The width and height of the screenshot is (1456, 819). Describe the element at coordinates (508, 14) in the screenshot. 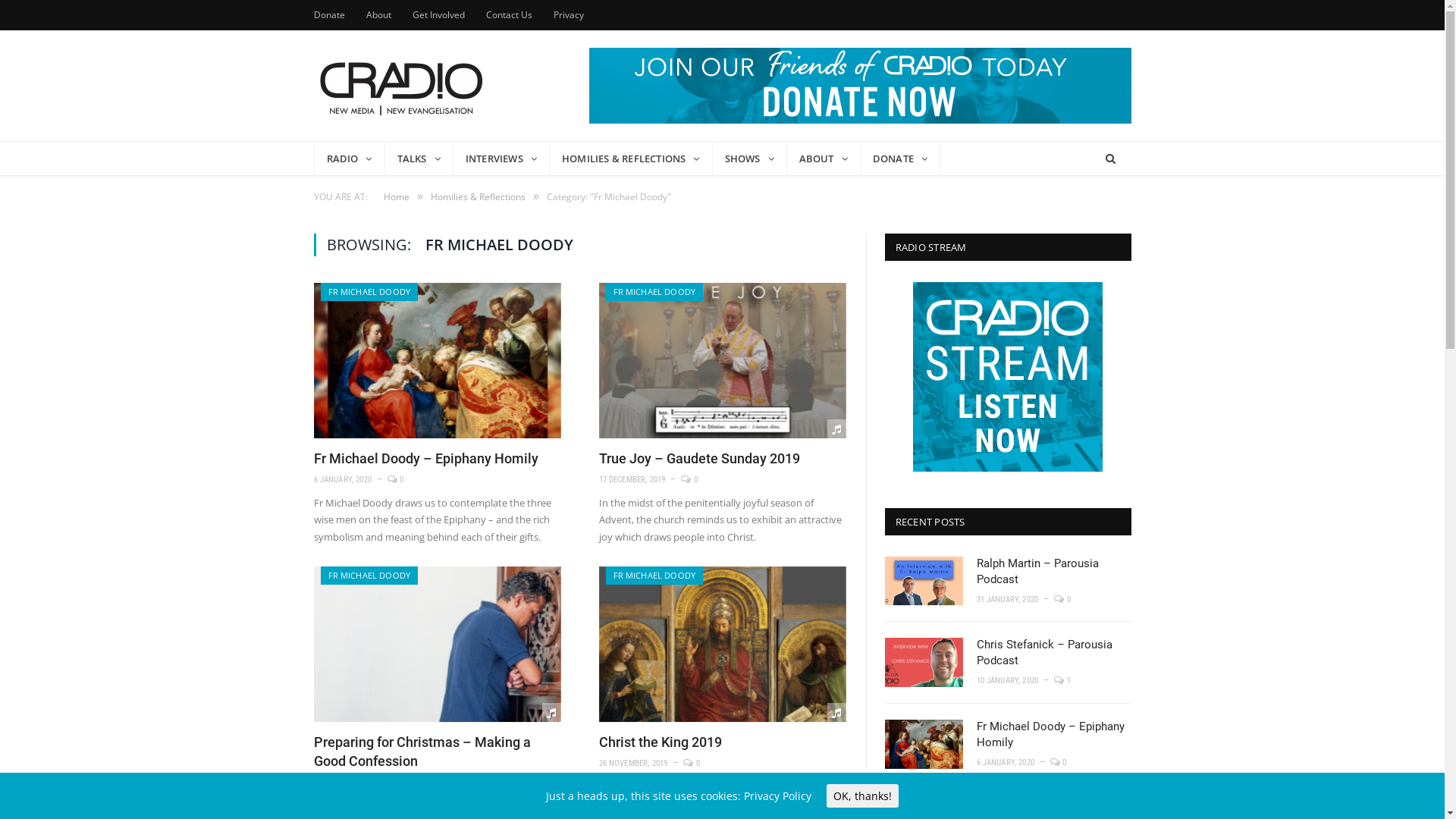

I see `'Contact Us'` at that location.